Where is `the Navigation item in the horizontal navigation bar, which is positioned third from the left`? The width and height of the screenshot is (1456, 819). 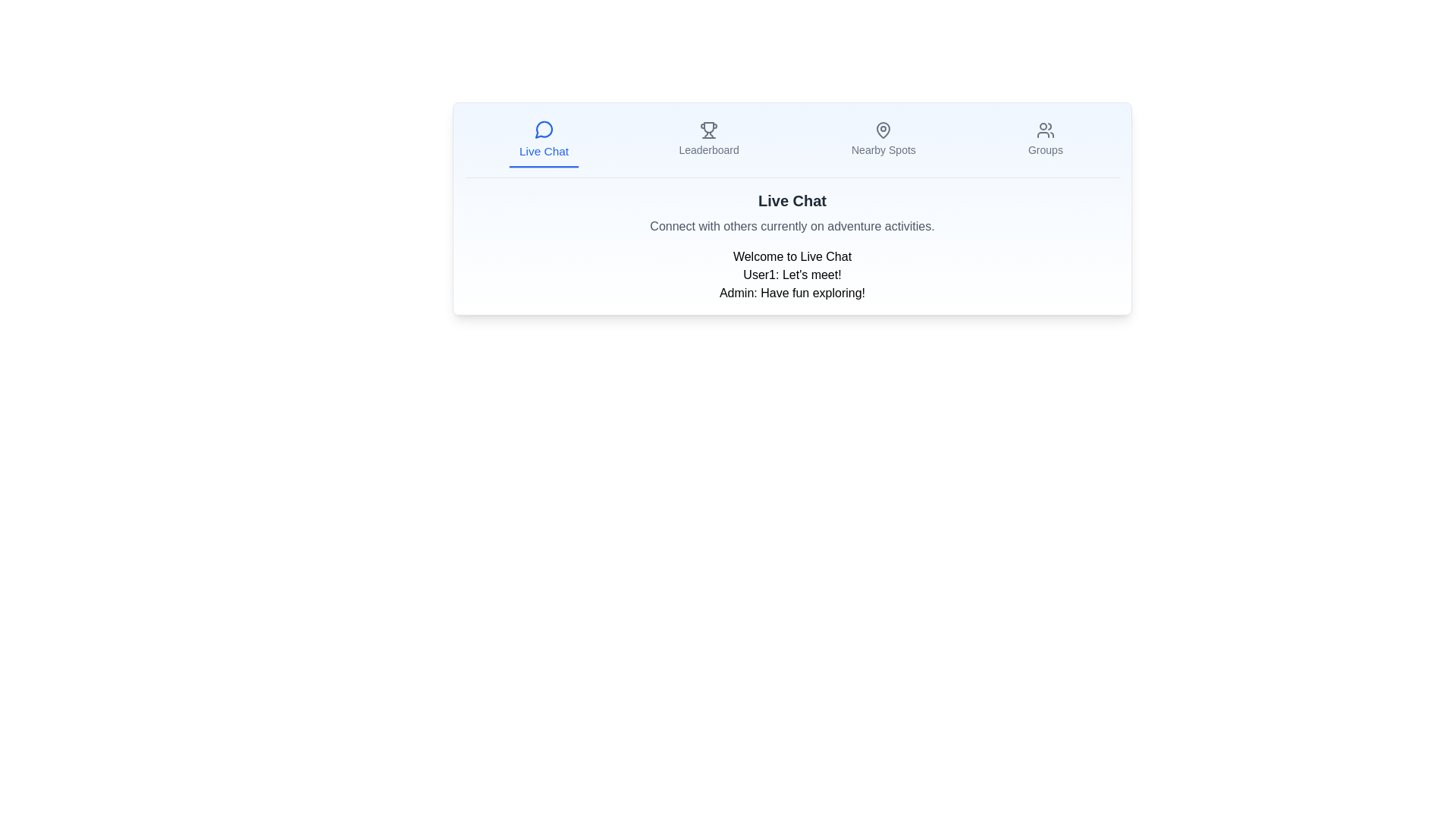 the Navigation item in the horizontal navigation bar, which is positioned third from the left is located at coordinates (883, 140).